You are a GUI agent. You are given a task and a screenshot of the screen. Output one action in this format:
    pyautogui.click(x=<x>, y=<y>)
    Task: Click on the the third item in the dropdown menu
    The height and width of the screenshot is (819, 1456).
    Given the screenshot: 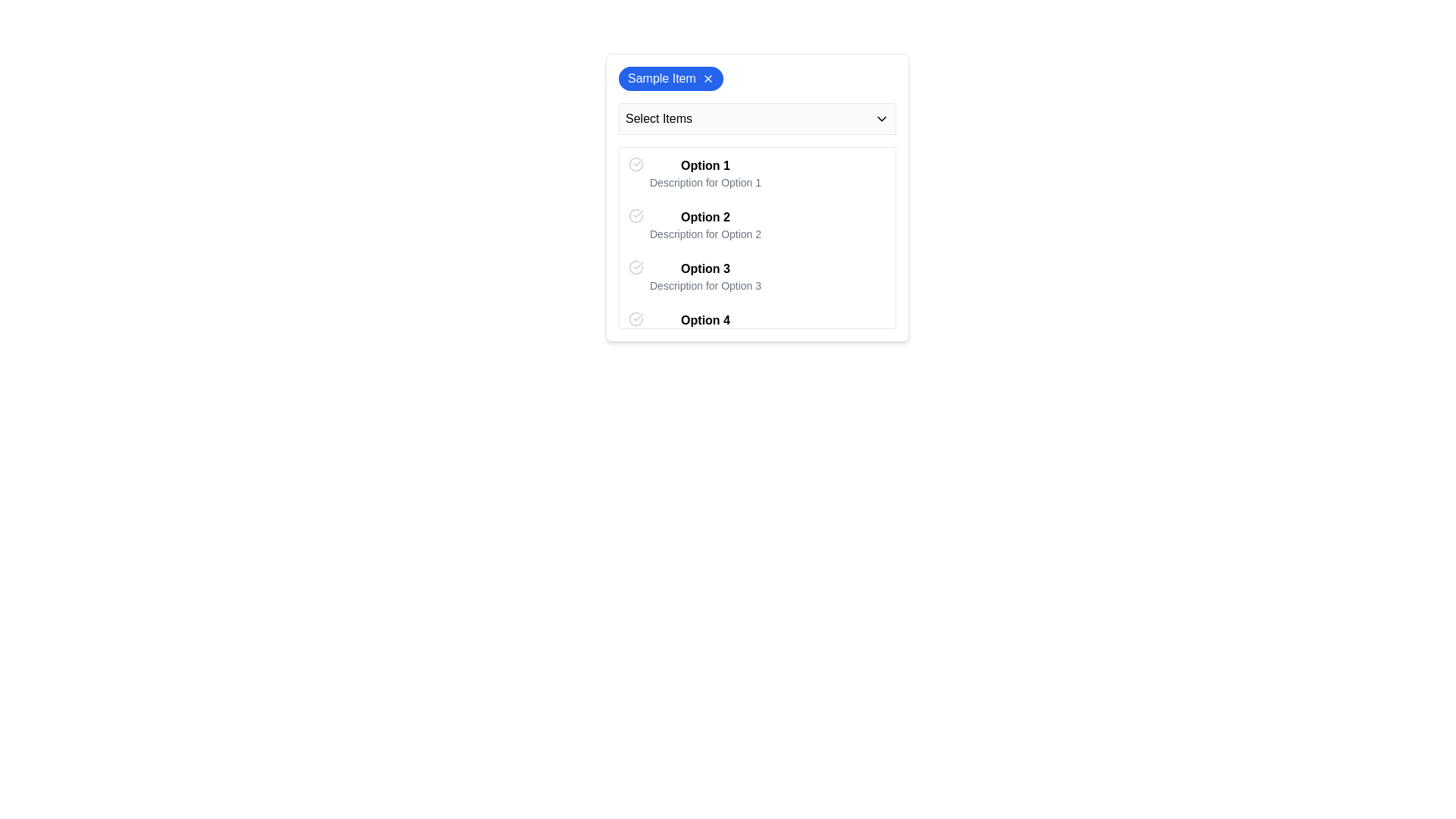 What is the action you would take?
    pyautogui.click(x=757, y=277)
    